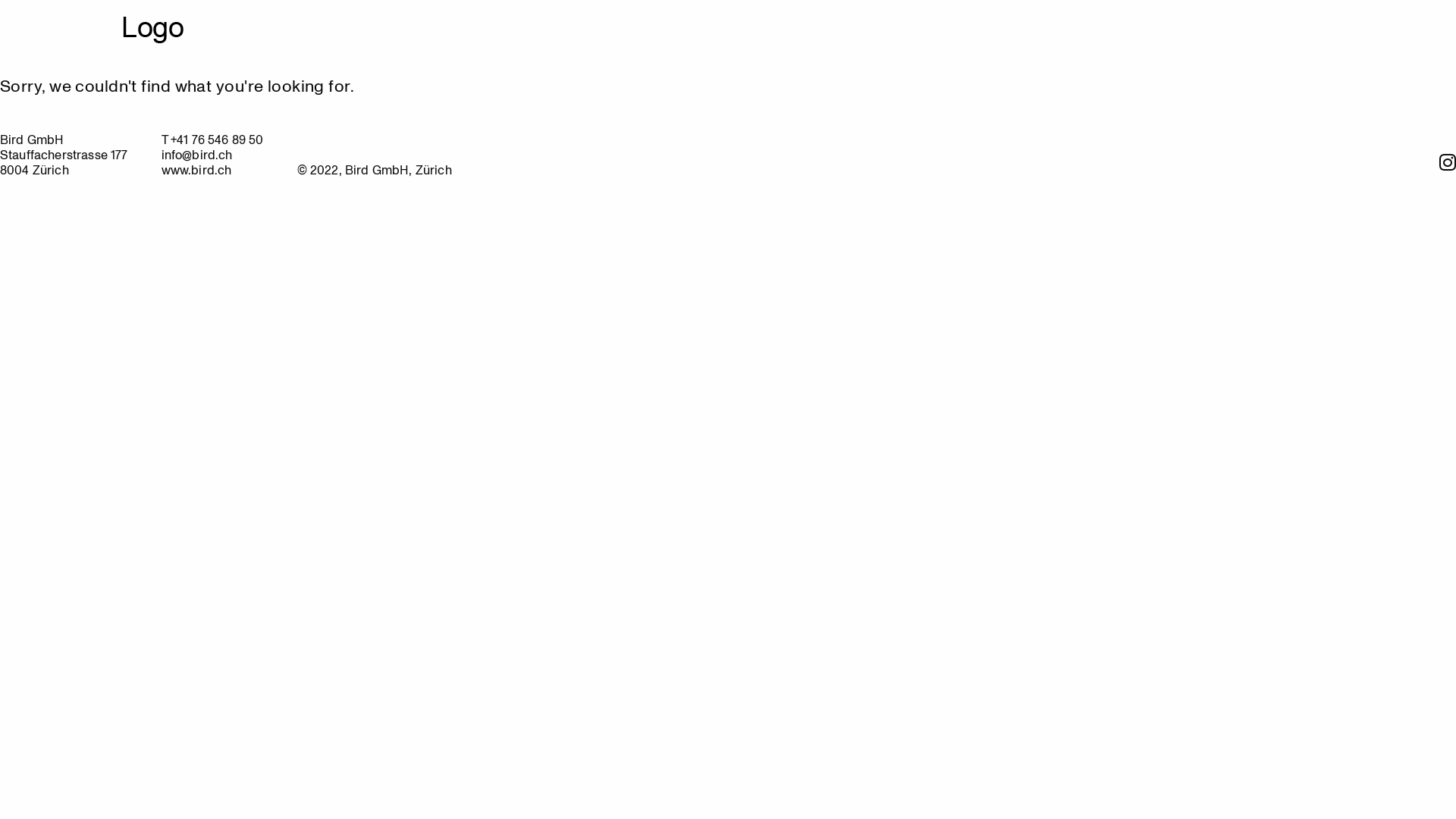 The image size is (1456, 819). What do you see at coordinates (196, 155) in the screenshot?
I see `'info@bird.ch'` at bounding box center [196, 155].